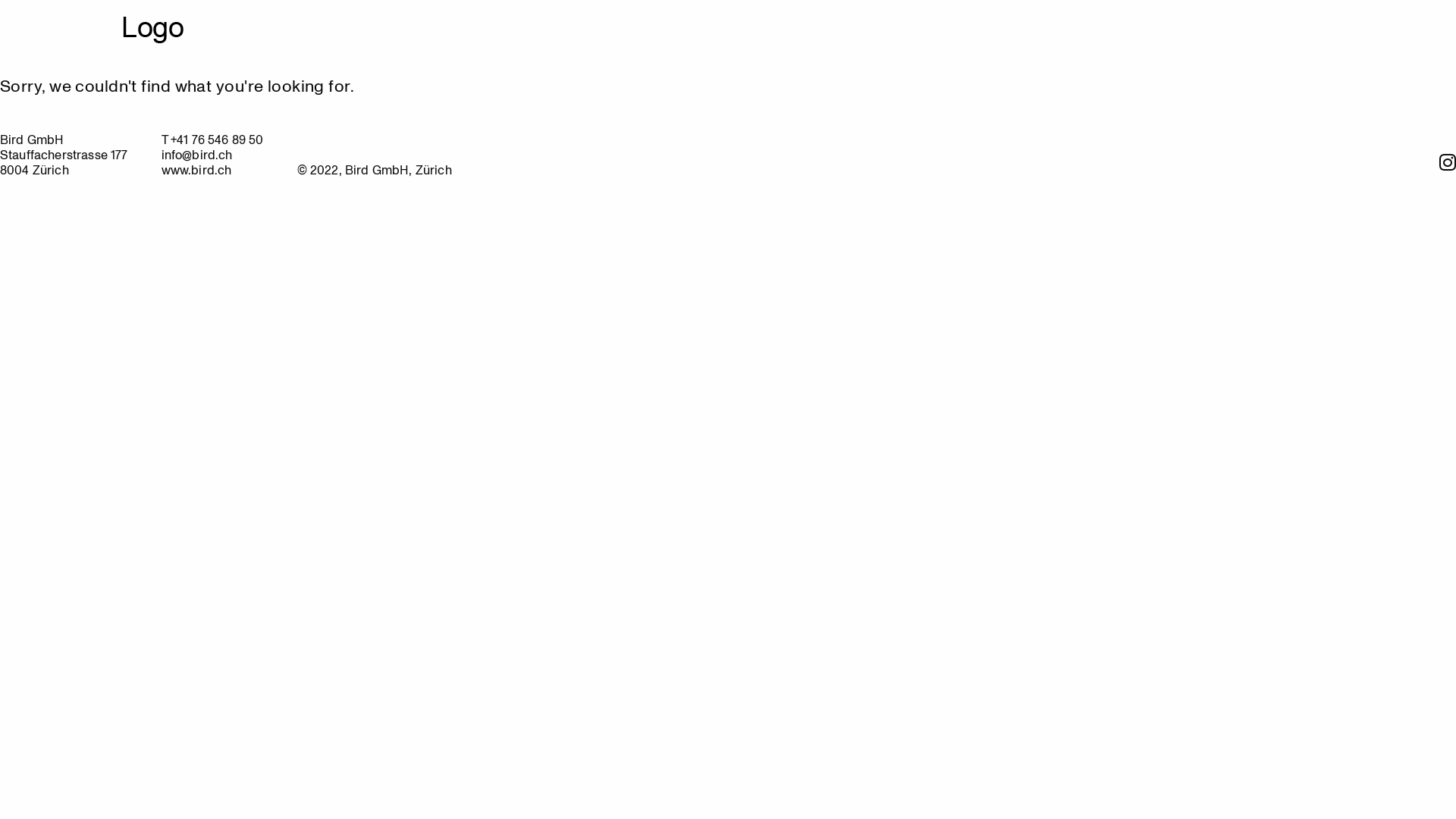 The image size is (1456, 819). What do you see at coordinates (196, 155) in the screenshot?
I see `'info@bird.ch'` at bounding box center [196, 155].